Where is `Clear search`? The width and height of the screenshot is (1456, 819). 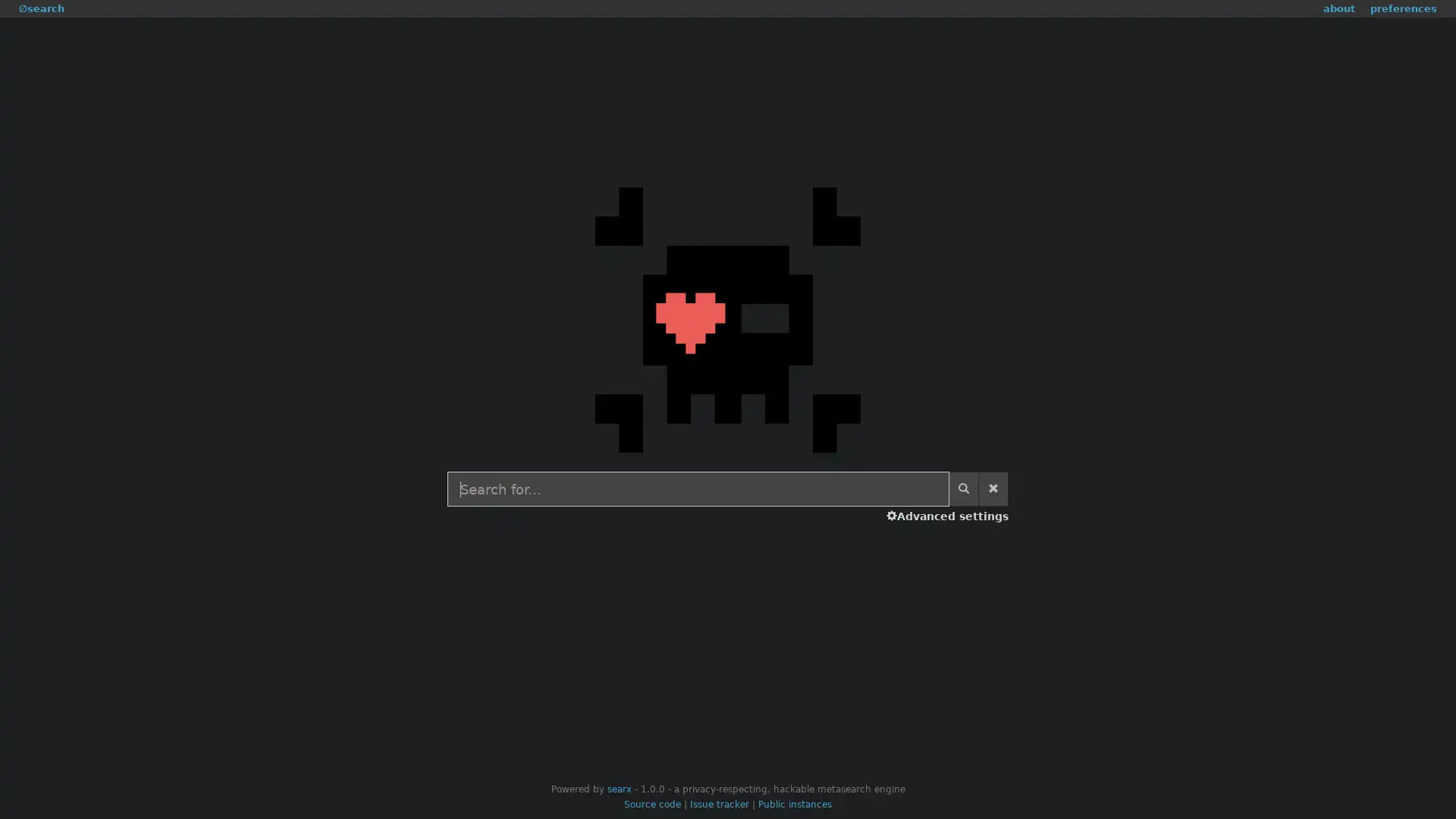
Clear search is located at coordinates (993, 488).